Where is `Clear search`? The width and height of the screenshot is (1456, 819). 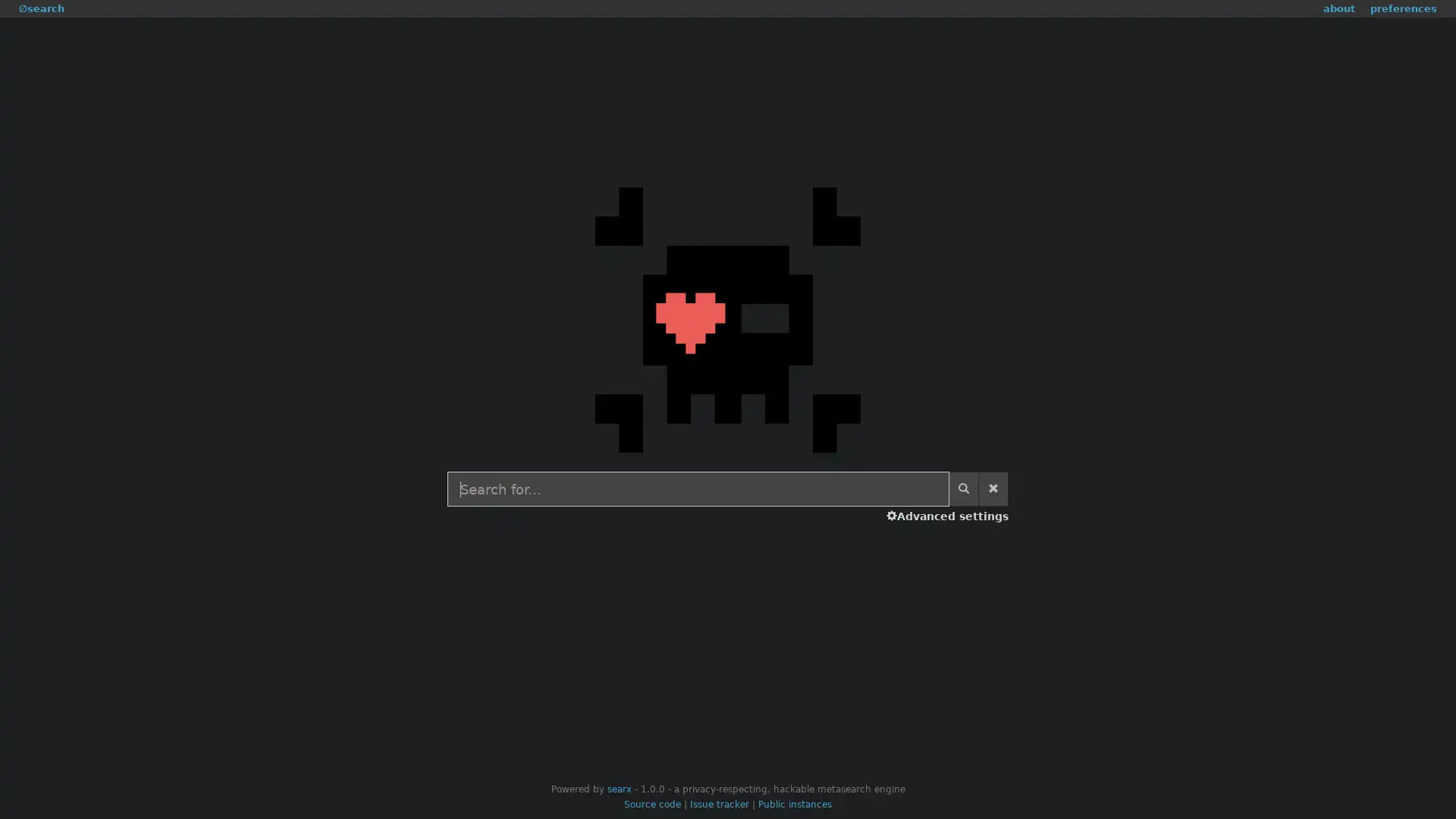
Clear search is located at coordinates (993, 488).